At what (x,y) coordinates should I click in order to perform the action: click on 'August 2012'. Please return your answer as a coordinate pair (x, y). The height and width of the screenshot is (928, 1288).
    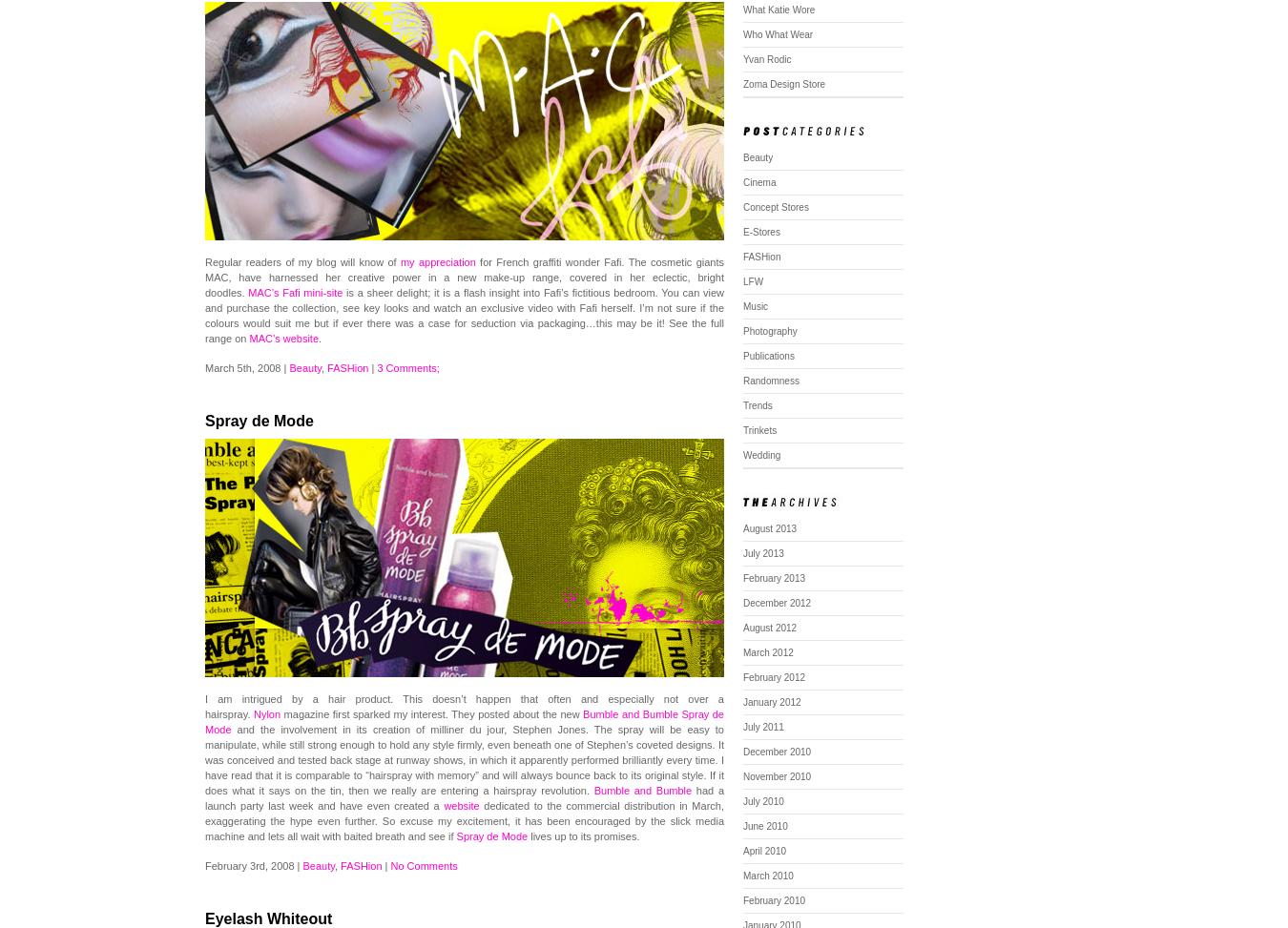
    Looking at the image, I should click on (770, 627).